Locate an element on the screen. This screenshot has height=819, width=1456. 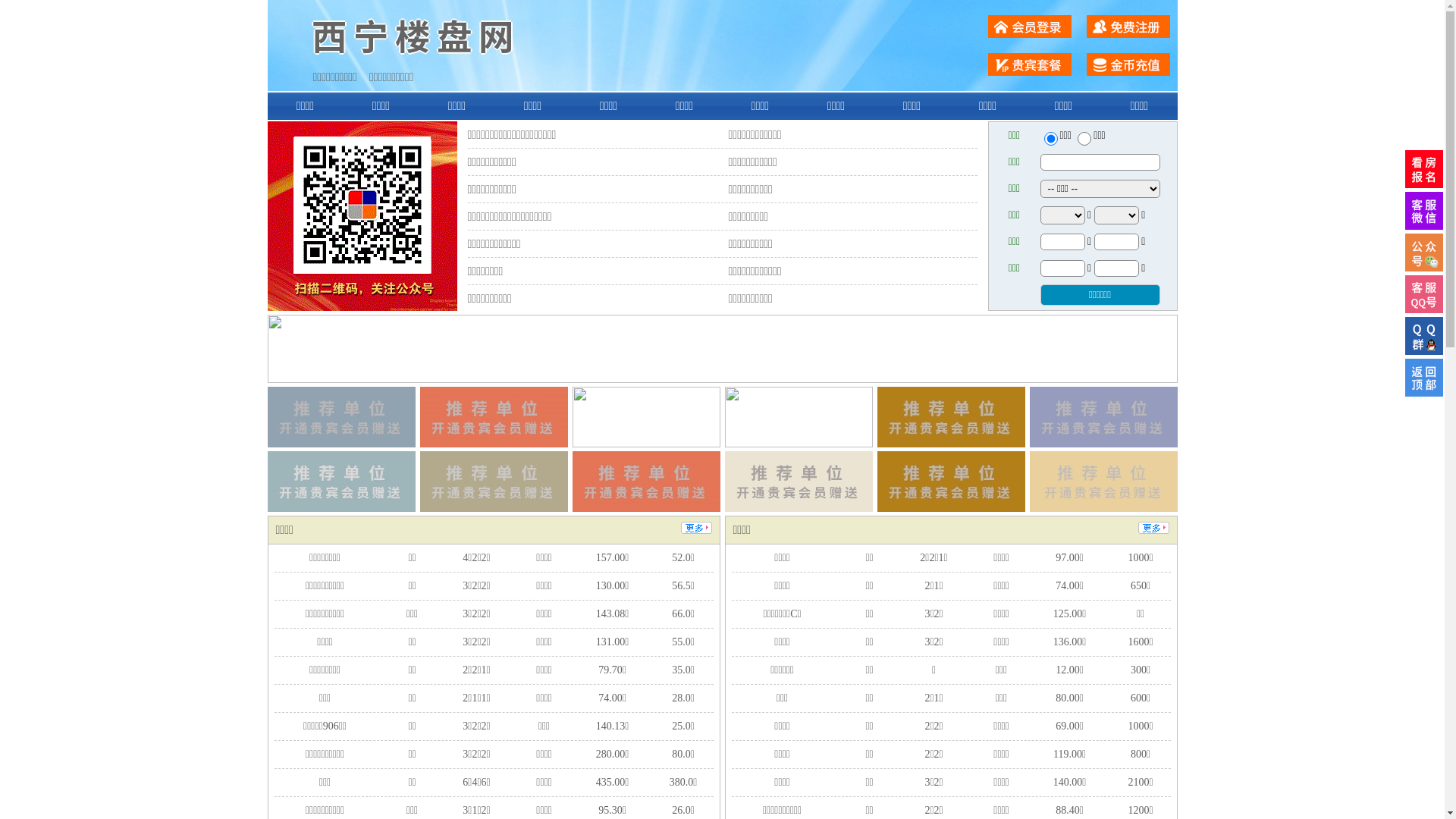
'ershou' is located at coordinates (1050, 138).